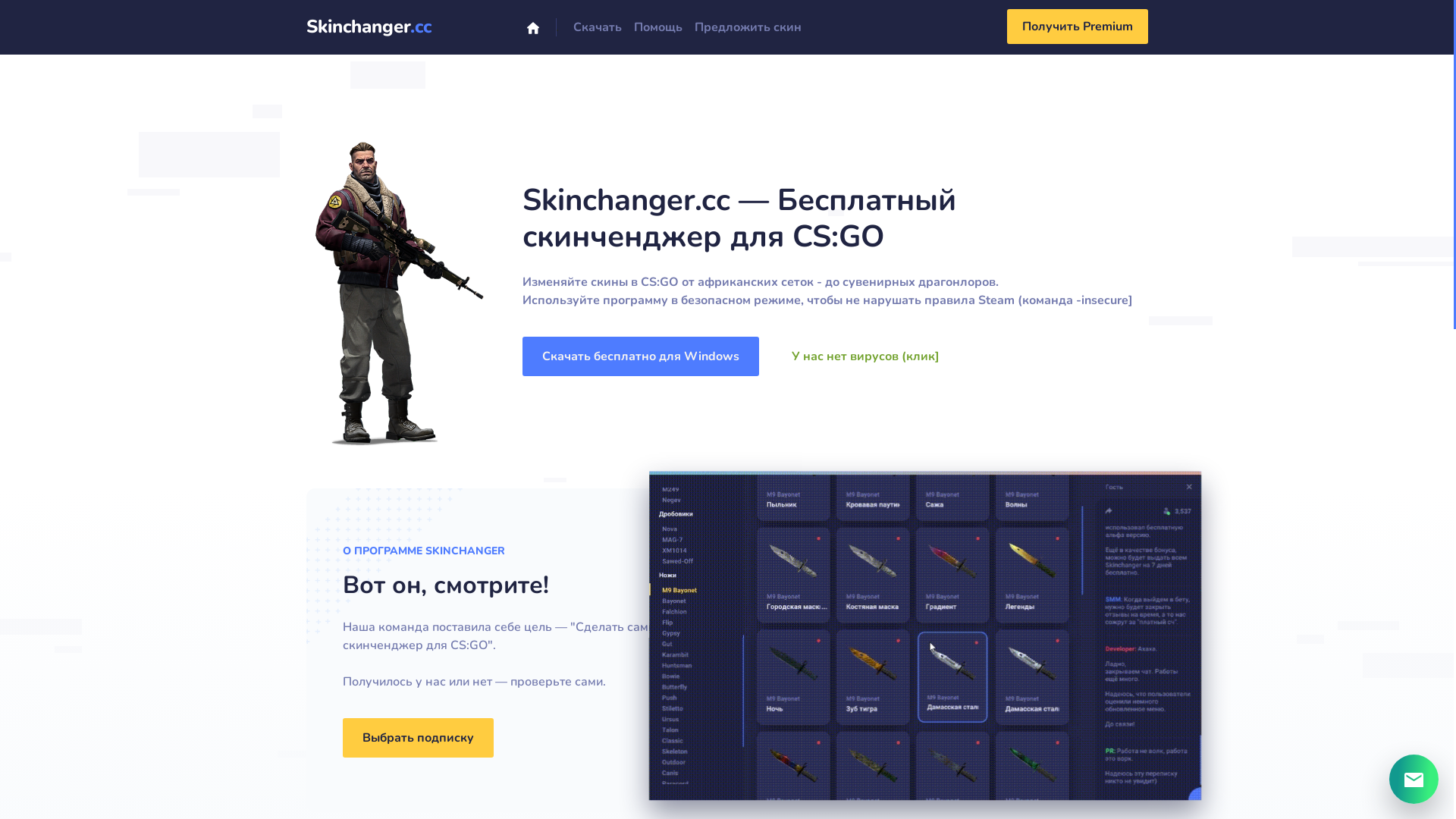 This screenshot has height=819, width=1456. What do you see at coordinates (369, 26) in the screenshot?
I see `'Skinchanger.cc'` at bounding box center [369, 26].